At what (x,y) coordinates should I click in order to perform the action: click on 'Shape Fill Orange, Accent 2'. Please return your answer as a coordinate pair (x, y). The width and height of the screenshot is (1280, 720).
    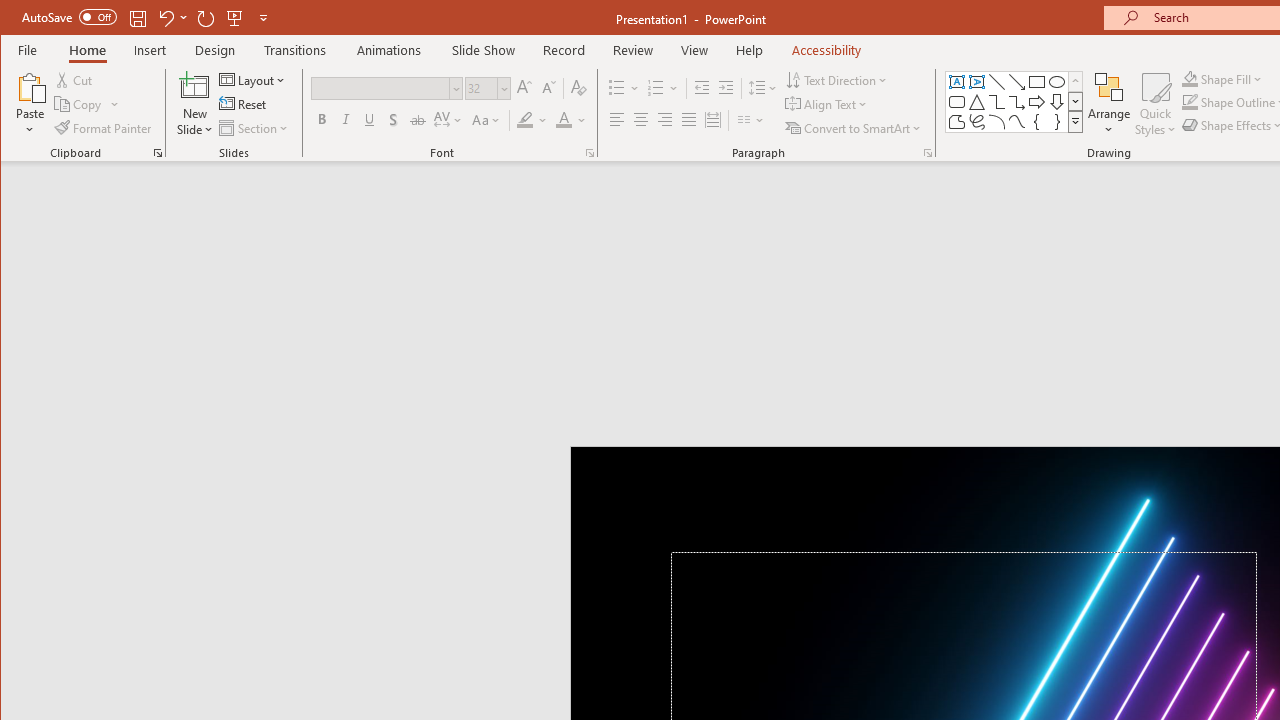
    Looking at the image, I should click on (1189, 78).